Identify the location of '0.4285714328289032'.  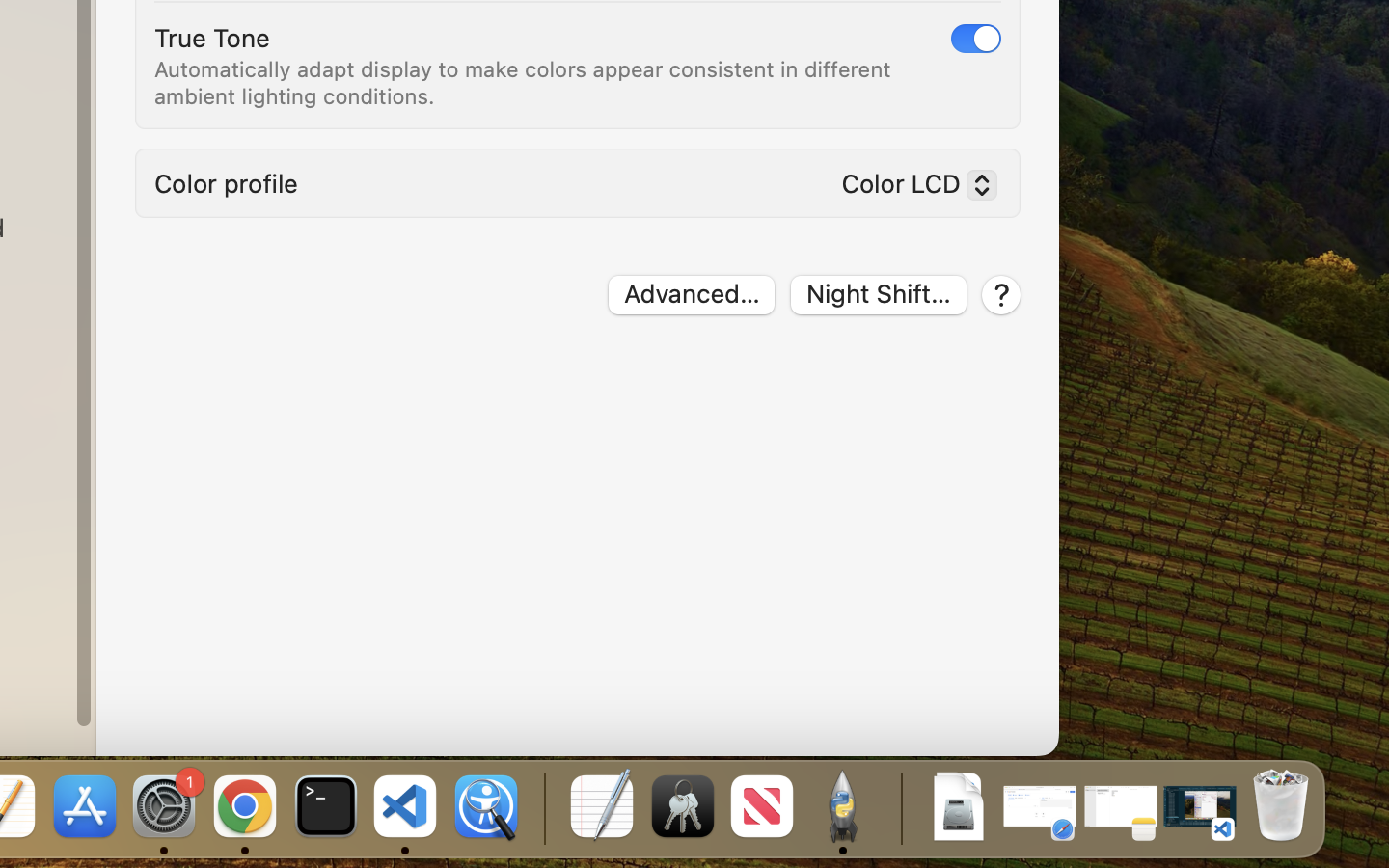
(542, 807).